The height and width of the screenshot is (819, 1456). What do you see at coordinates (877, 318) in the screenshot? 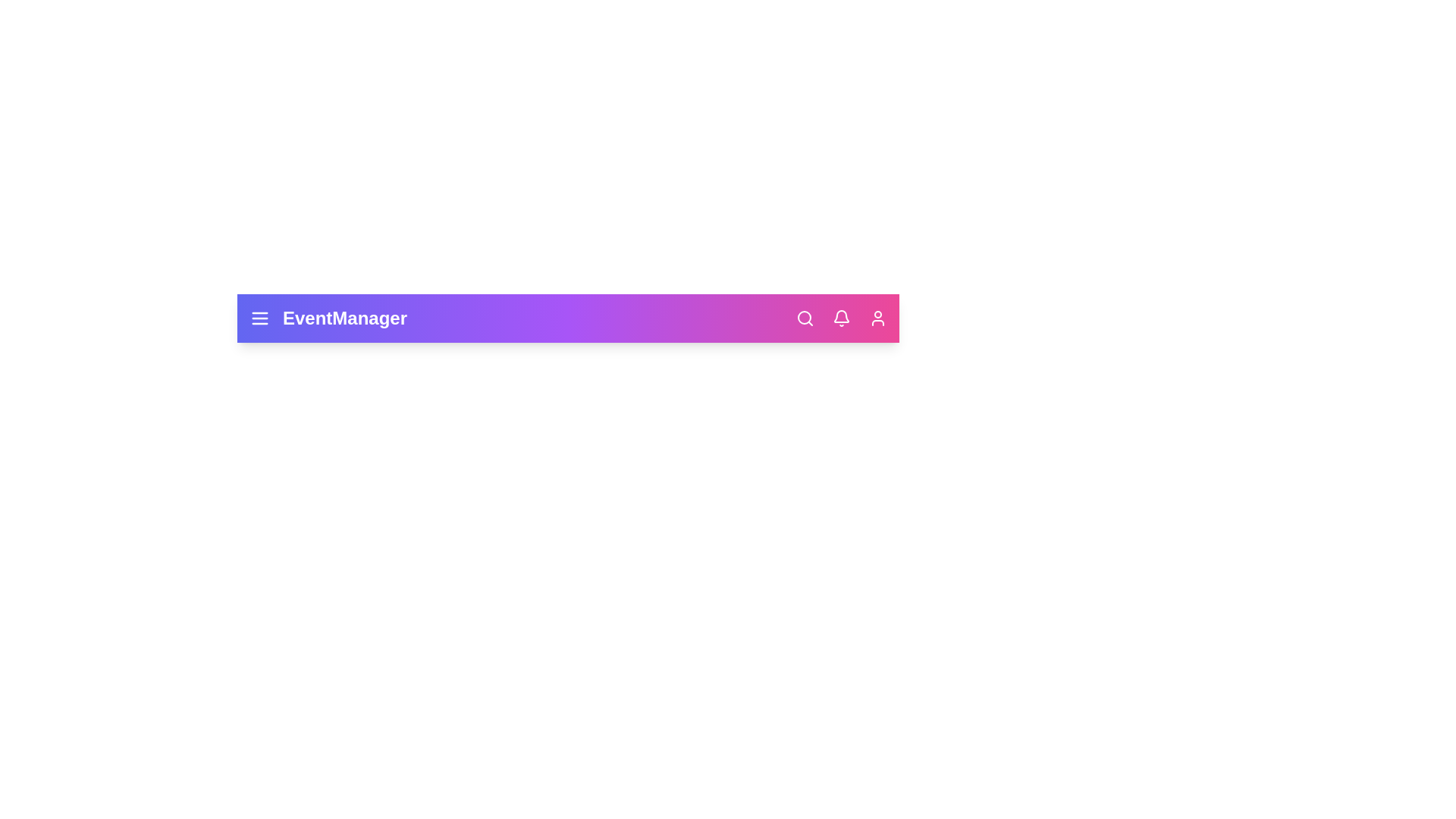
I see `the user profile icon located at the rightmost part of the app bar` at bounding box center [877, 318].